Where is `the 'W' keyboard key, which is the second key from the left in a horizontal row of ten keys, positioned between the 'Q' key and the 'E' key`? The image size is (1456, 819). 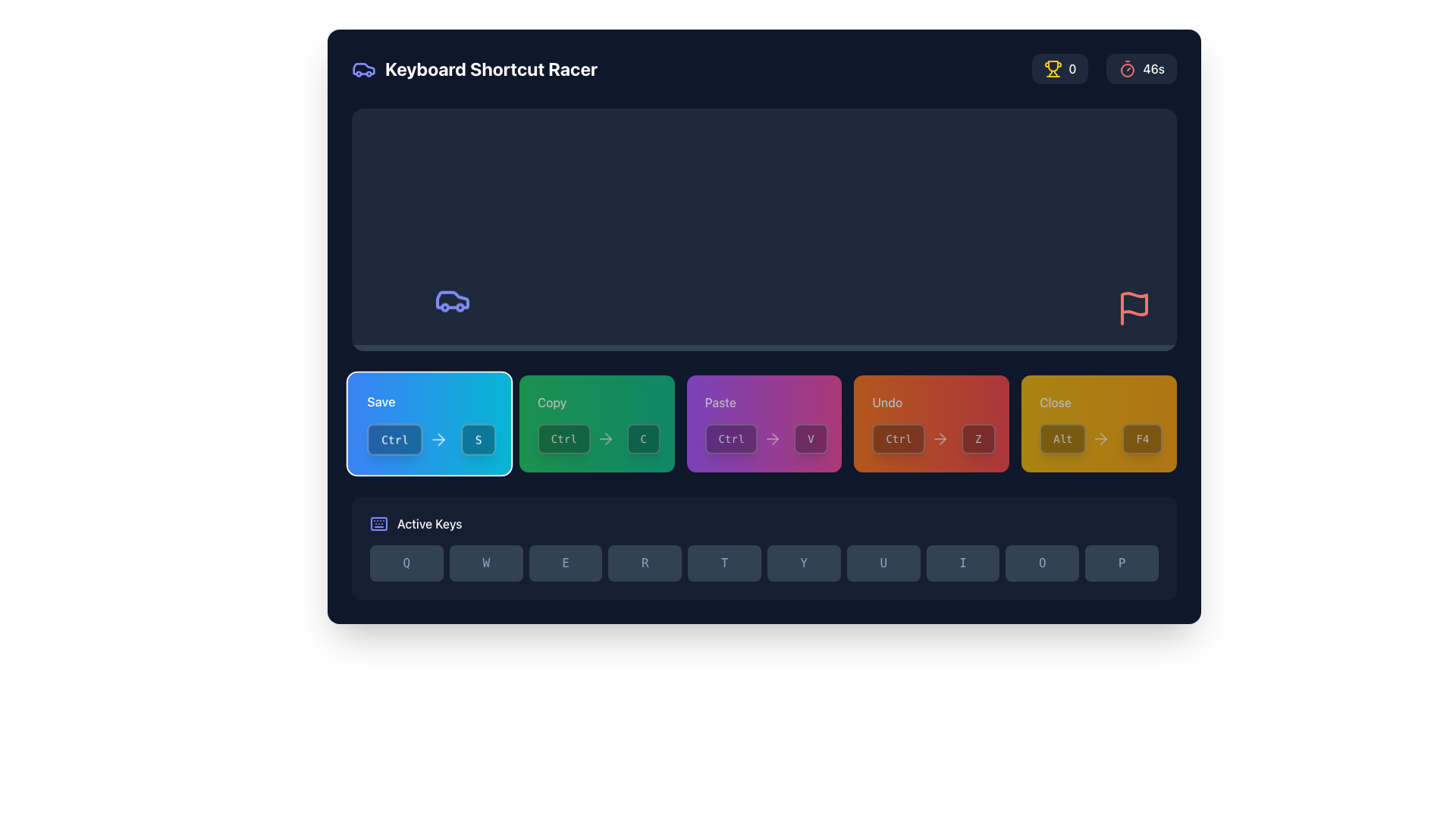 the 'W' keyboard key, which is the second key from the left in a horizontal row of ten keys, positioned between the 'Q' key and the 'E' key is located at coordinates (486, 563).